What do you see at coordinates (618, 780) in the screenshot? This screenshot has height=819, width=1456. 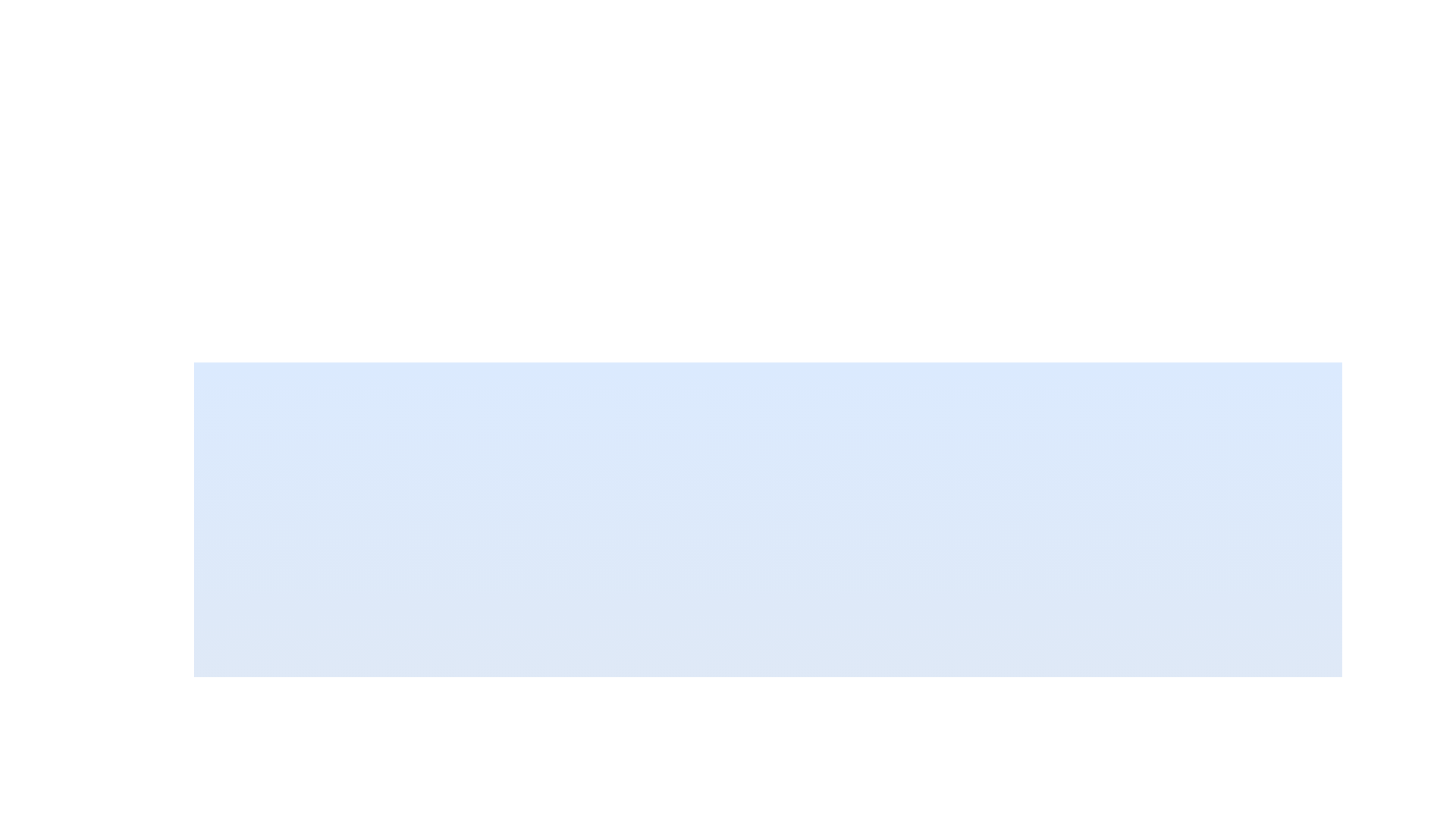 I see `the 'Toggle Details' button to toggle the visibility of the details section` at bounding box center [618, 780].